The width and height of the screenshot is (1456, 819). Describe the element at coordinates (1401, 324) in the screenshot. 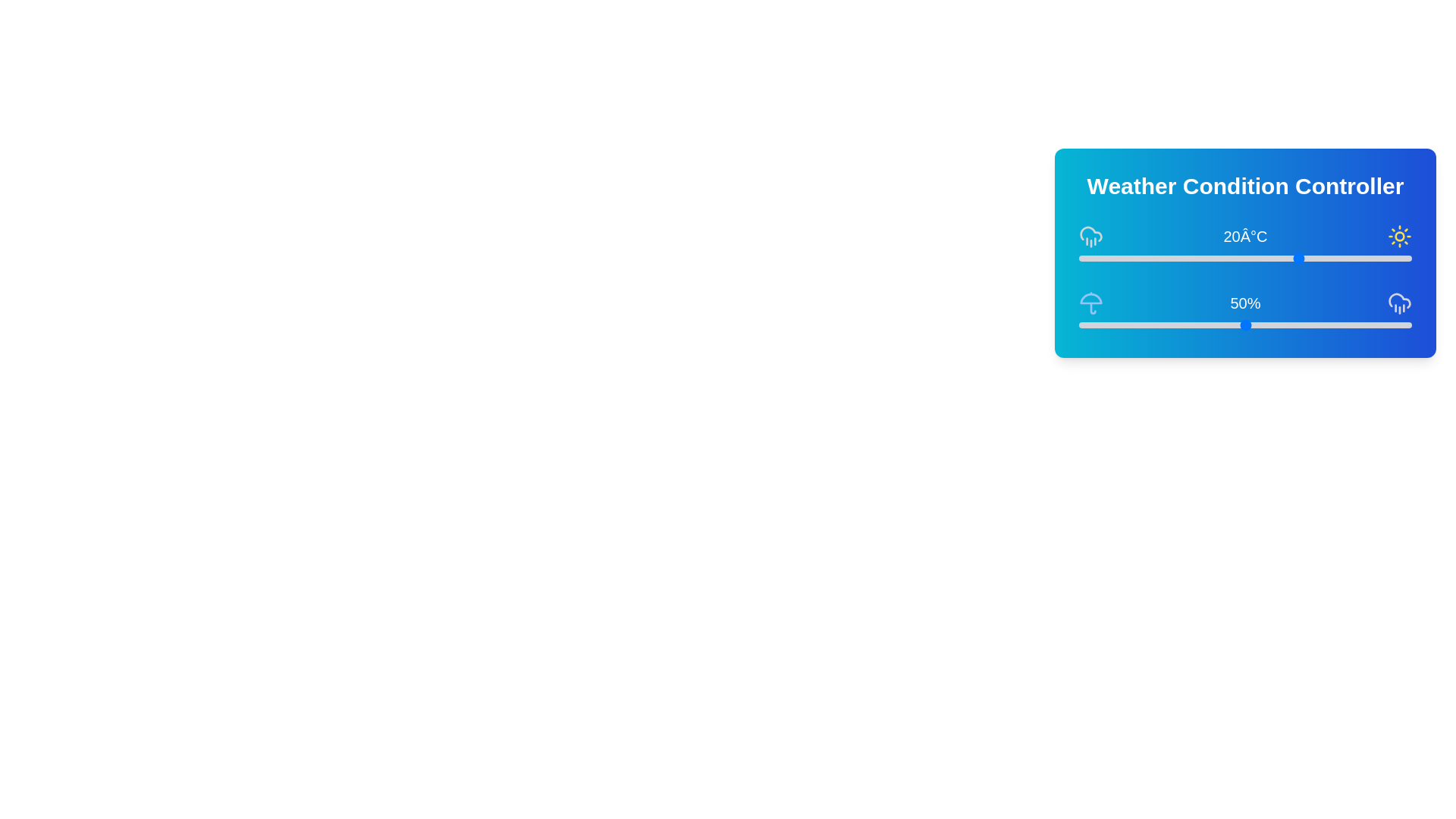

I see `the precipitation slider to 97%` at that location.